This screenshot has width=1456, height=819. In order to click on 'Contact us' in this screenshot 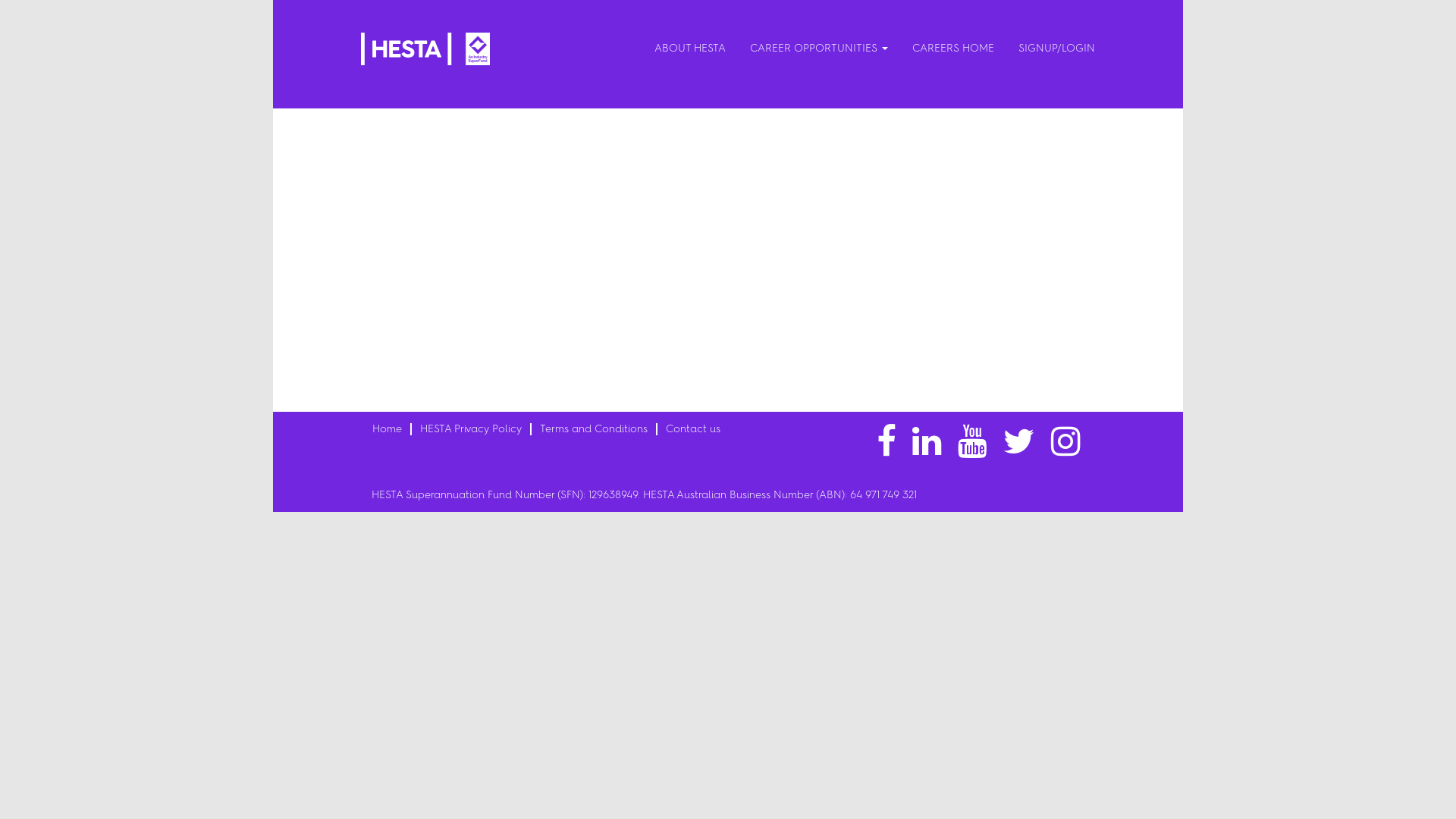, I will do `click(692, 429)`.